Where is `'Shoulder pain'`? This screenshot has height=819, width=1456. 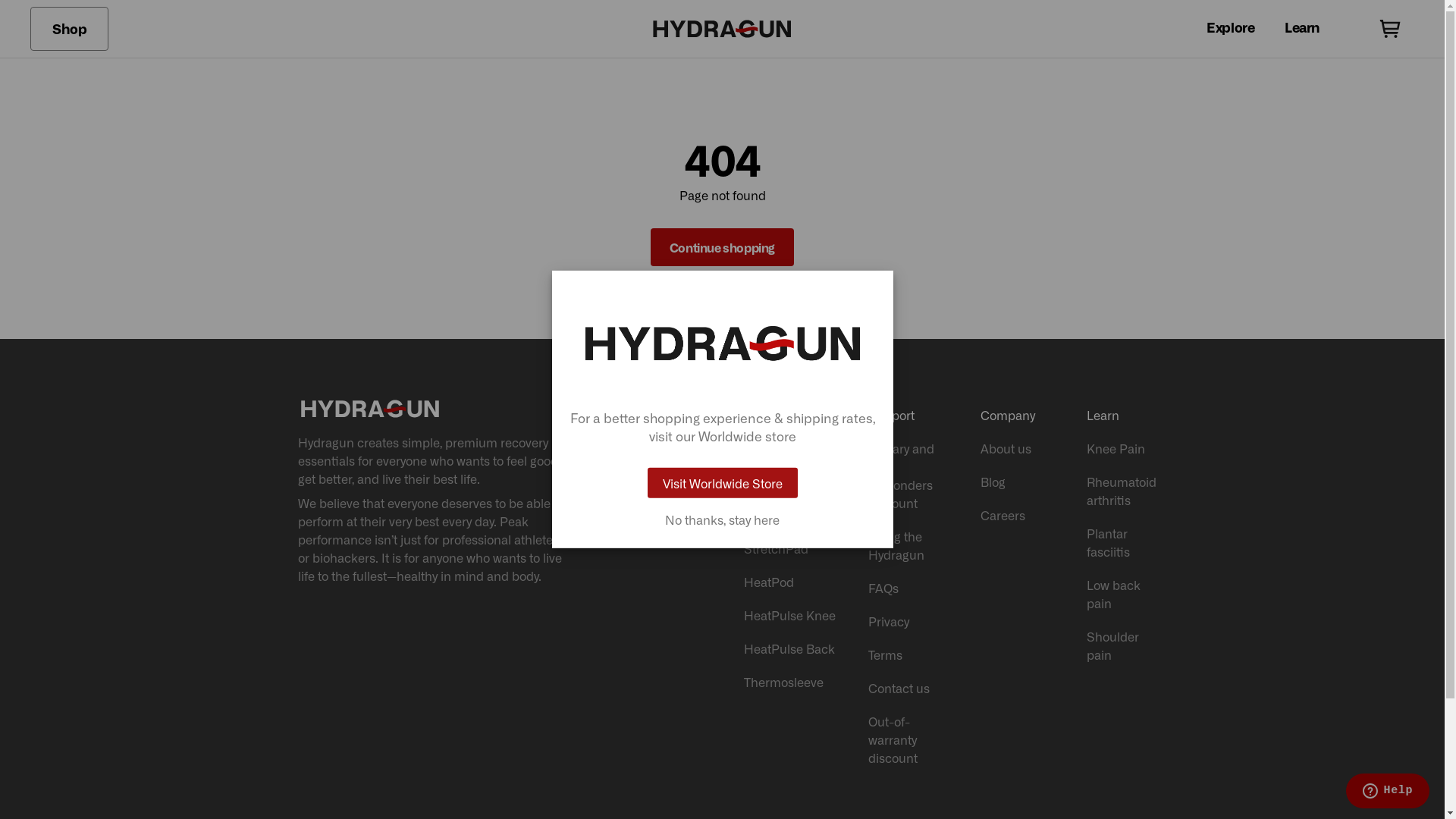
'Shoulder pain' is located at coordinates (1124, 645).